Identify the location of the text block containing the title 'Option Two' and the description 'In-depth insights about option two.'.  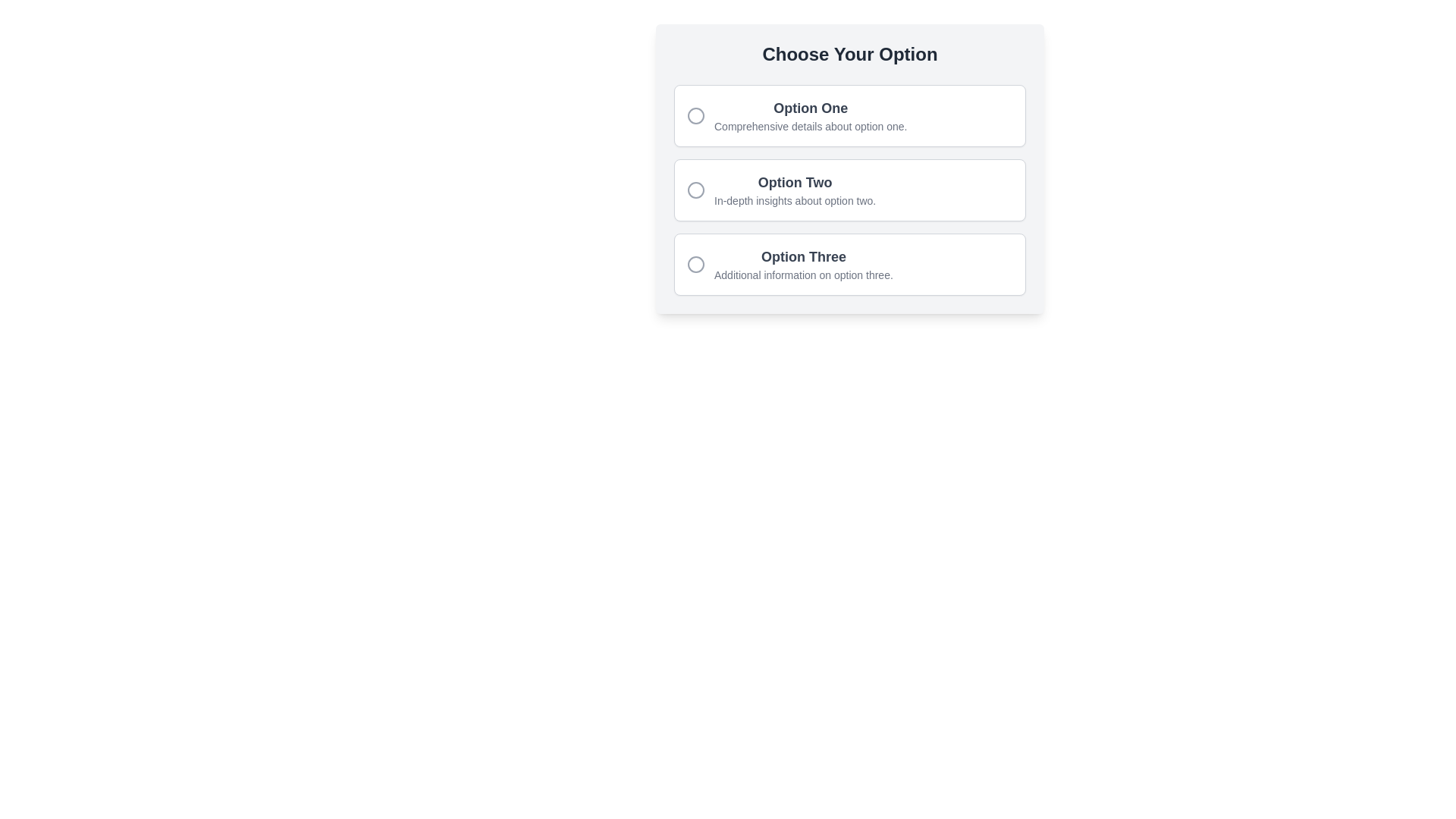
(794, 189).